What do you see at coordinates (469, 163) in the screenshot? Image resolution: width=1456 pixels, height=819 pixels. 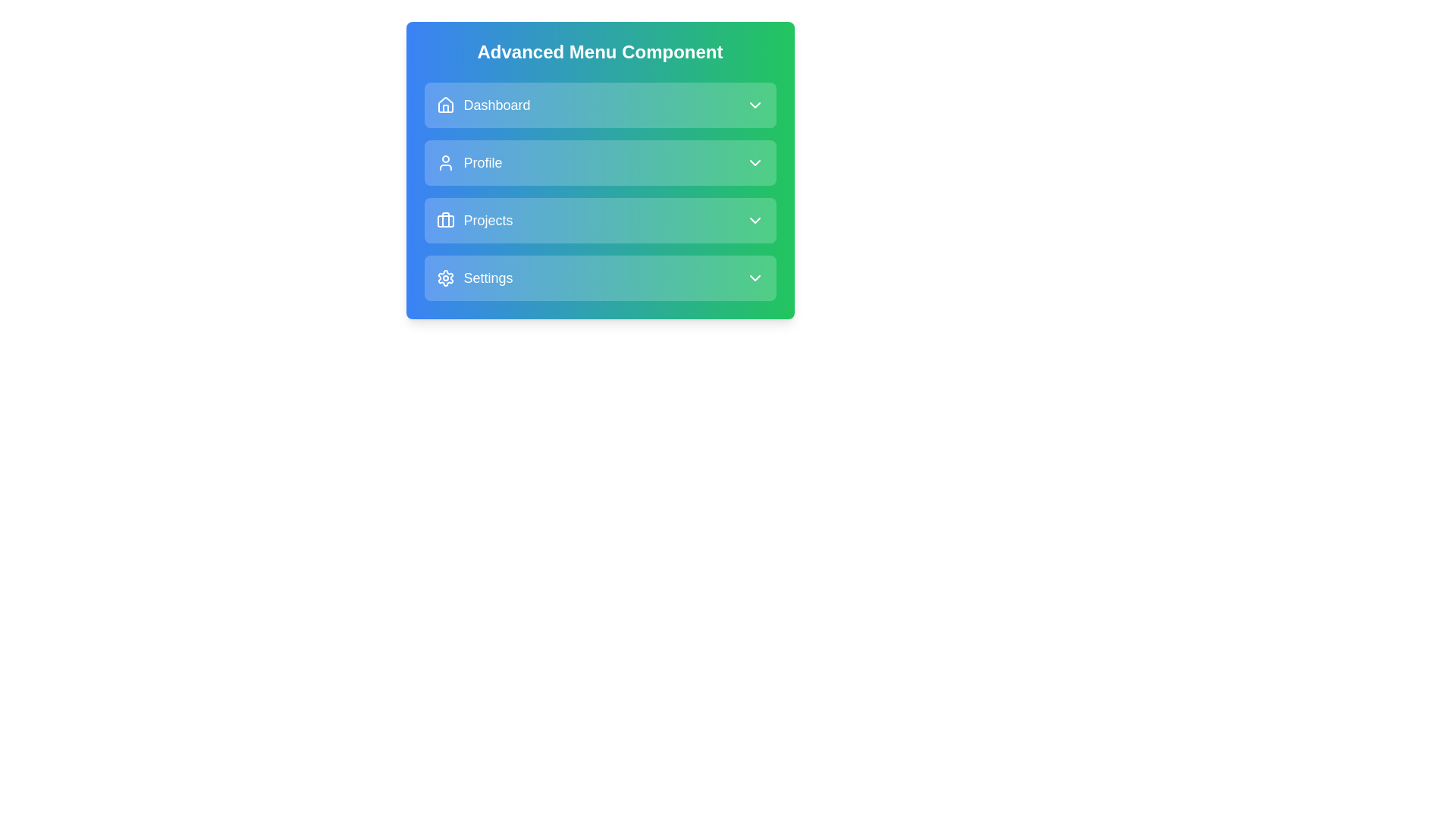 I see `the Button-like text with an icon located in the sidebar menu to redirect to the profile section` at bounding box center [469, 163].